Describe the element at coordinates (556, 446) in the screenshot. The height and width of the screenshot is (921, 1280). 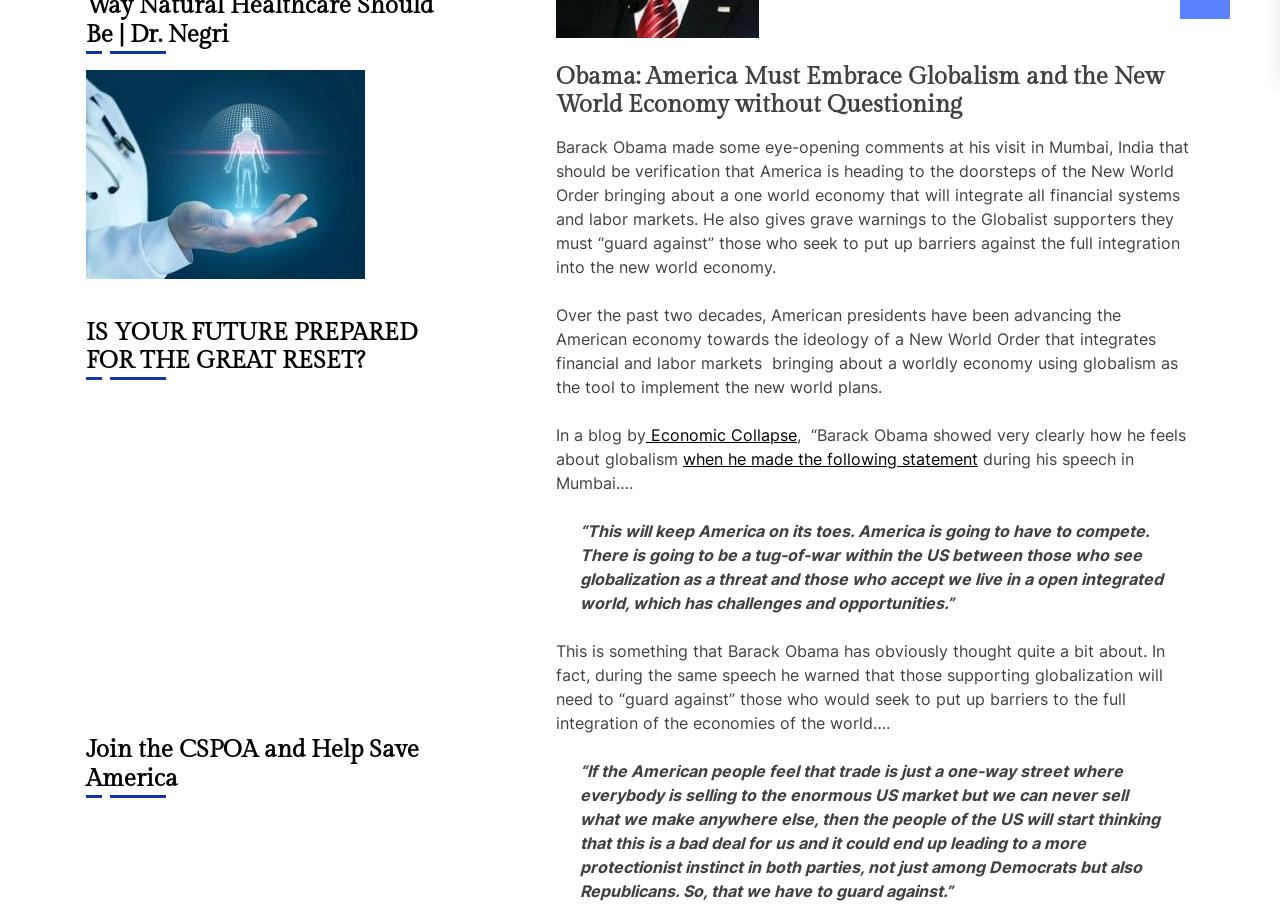
I see `',  “Barack Obama showed very clearly how he feels about globalism'` at that location.